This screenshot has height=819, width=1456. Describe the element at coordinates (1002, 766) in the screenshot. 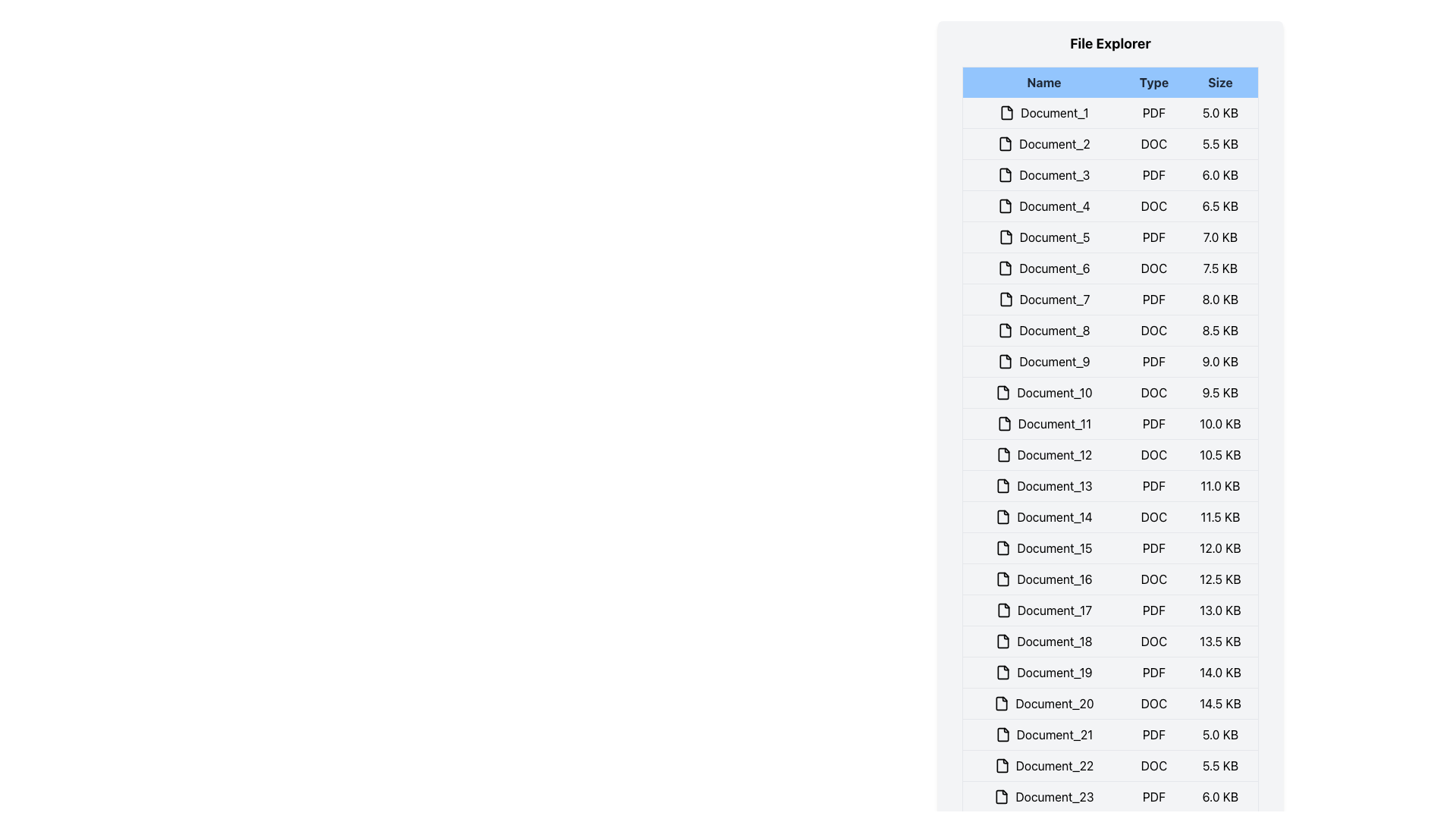

I see `the icon to the left of the text 'Document_22' in the file listing interface` at that location.